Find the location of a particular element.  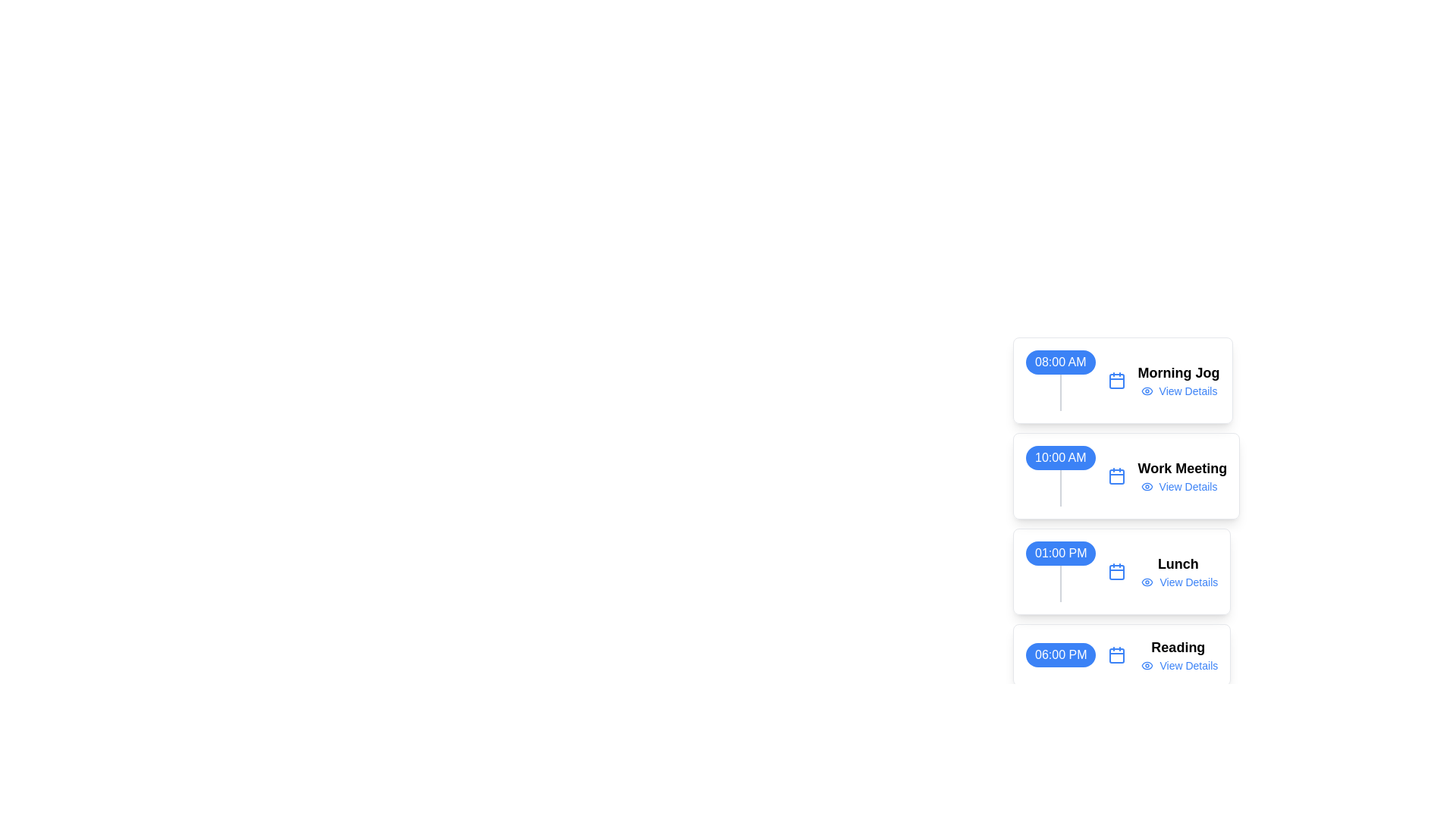

the information displayed by the second Time Label on the right side of the vertical timeline, positioned between '08:00 AM' and '01:00 PM' is located at coordinates (1059, 457).